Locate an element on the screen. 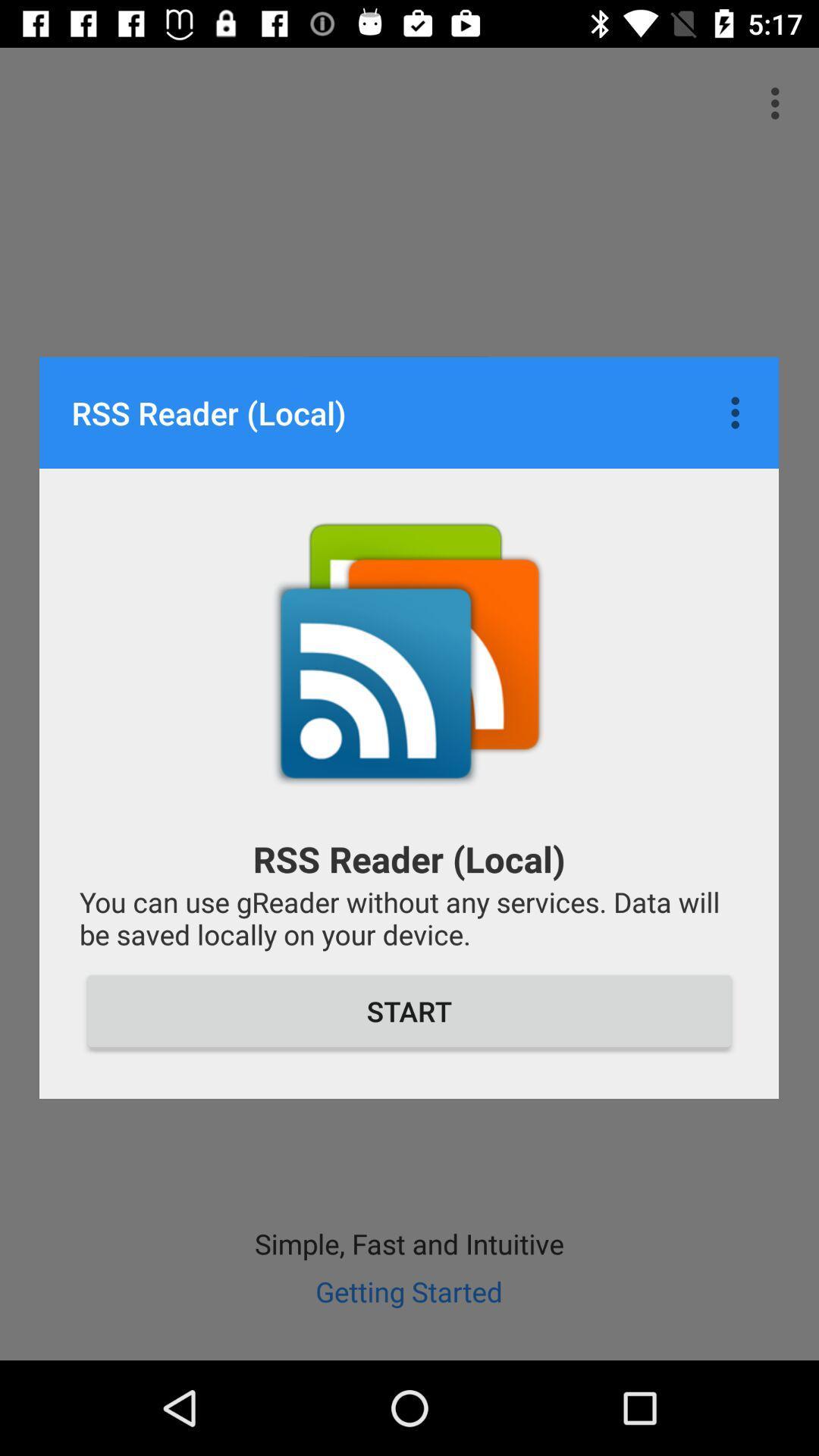  start item is located at coordinates (409, 1011).